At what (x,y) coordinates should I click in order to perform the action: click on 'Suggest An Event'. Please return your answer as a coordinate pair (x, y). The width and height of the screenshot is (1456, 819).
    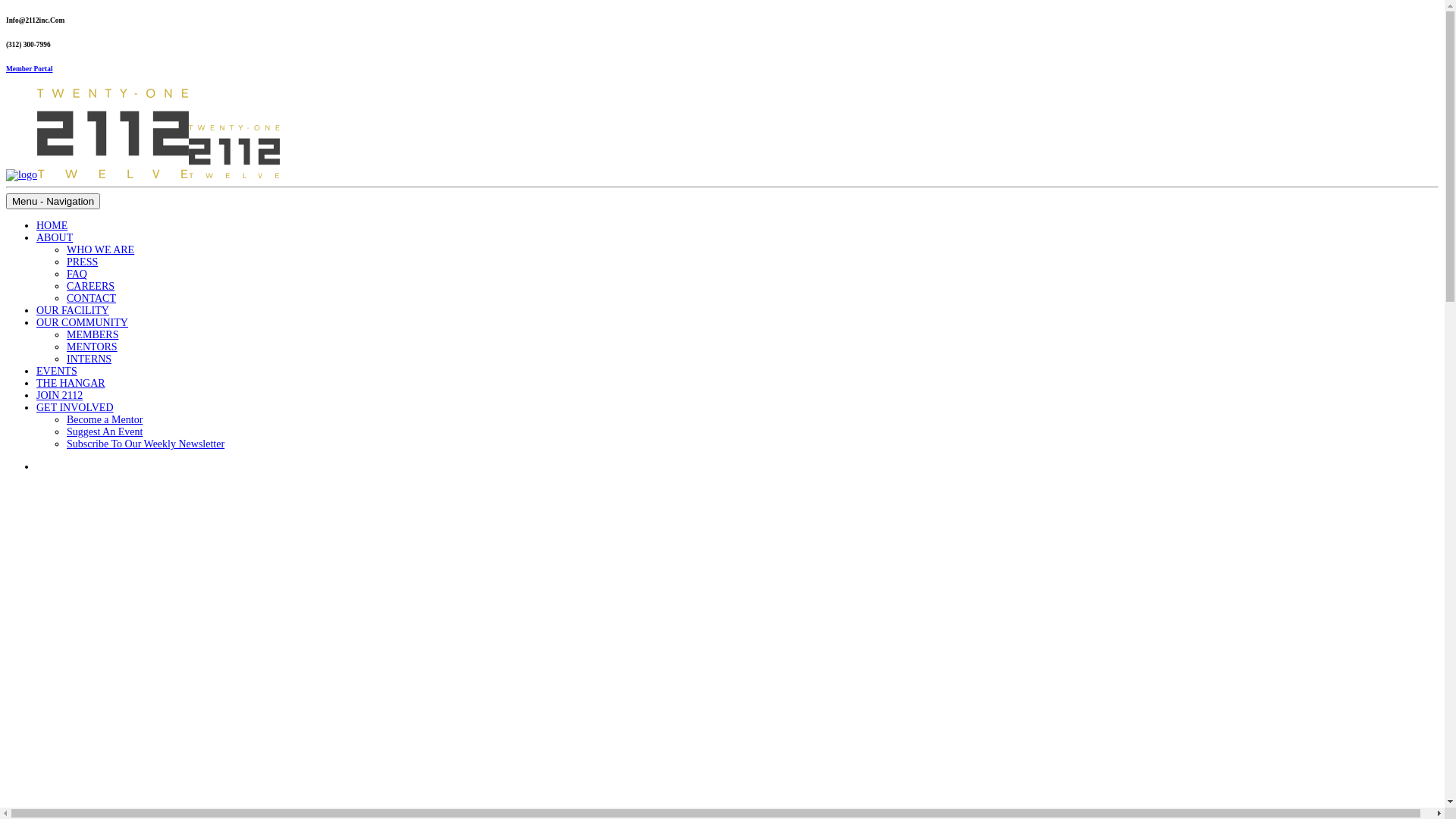
    Looking at the image, I should click on (104, 431).